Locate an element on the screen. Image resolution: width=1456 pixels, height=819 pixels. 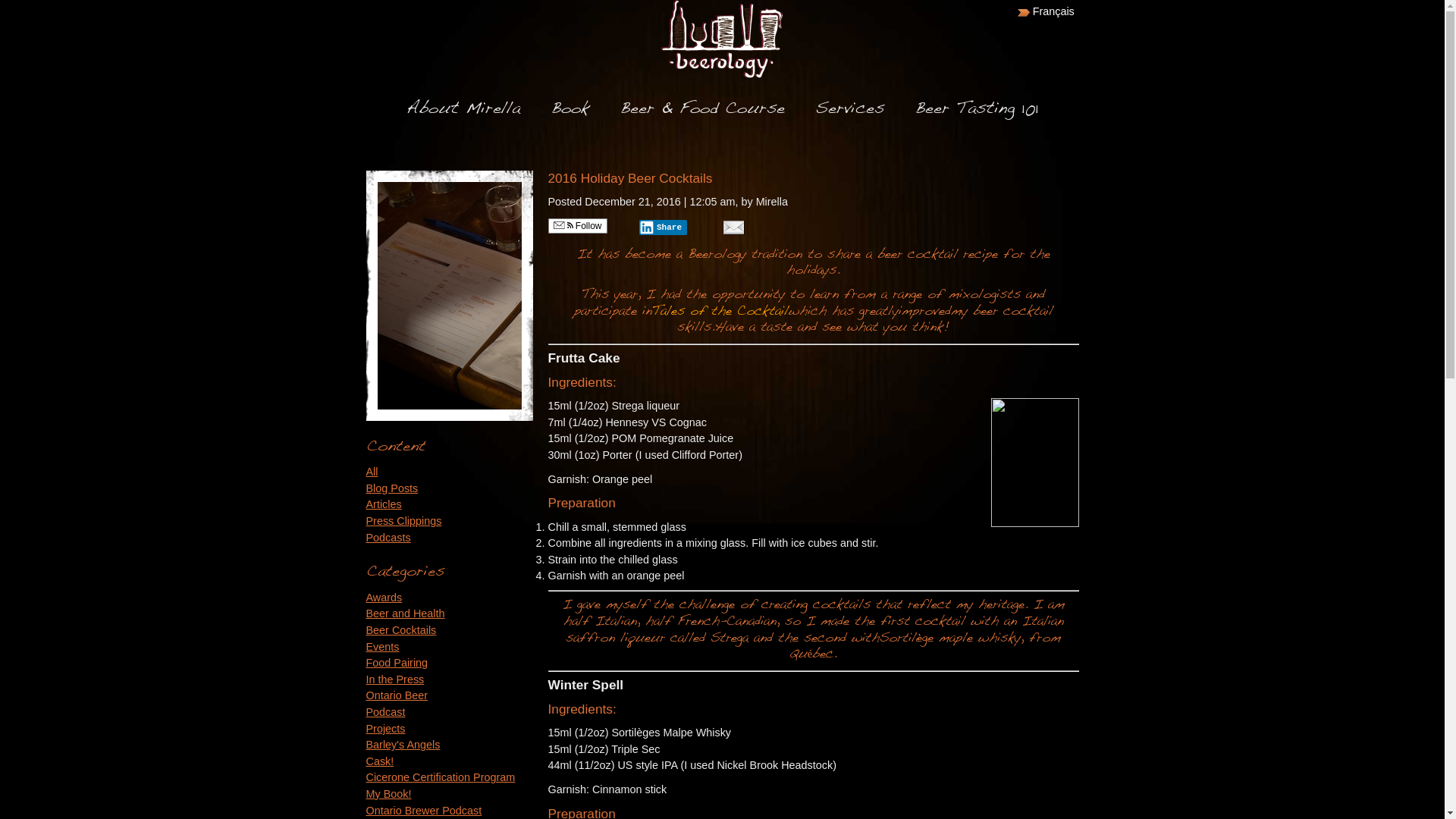
'Email' is located at coordinates (720, 227).